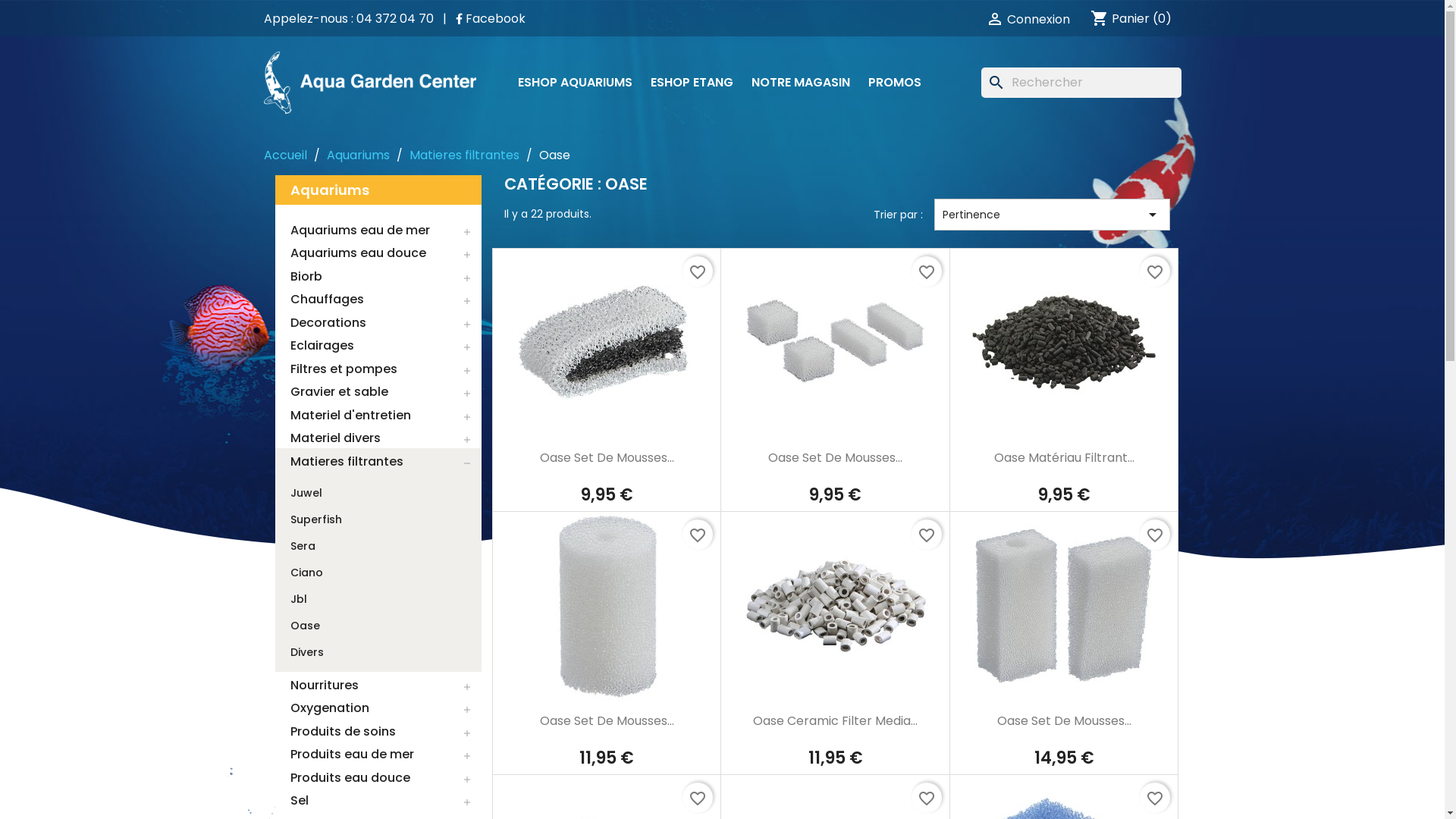  What do you see at coordinates (378, 391) in the screenshot?
I see `'Gravier et sable'` at bounding box center [378, 391].